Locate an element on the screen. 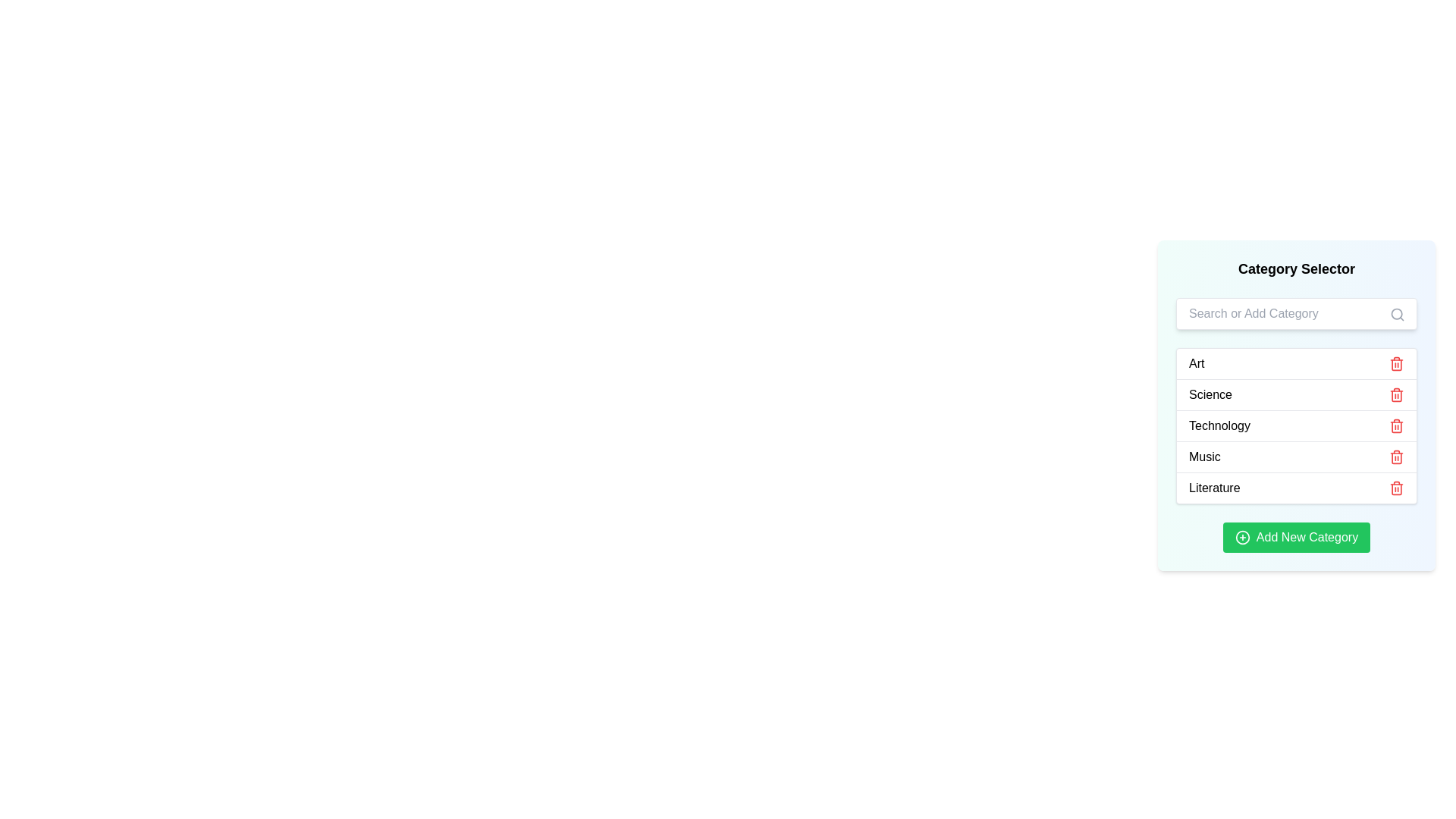  the second trash can icon button is located at coordinates (1396, 394).